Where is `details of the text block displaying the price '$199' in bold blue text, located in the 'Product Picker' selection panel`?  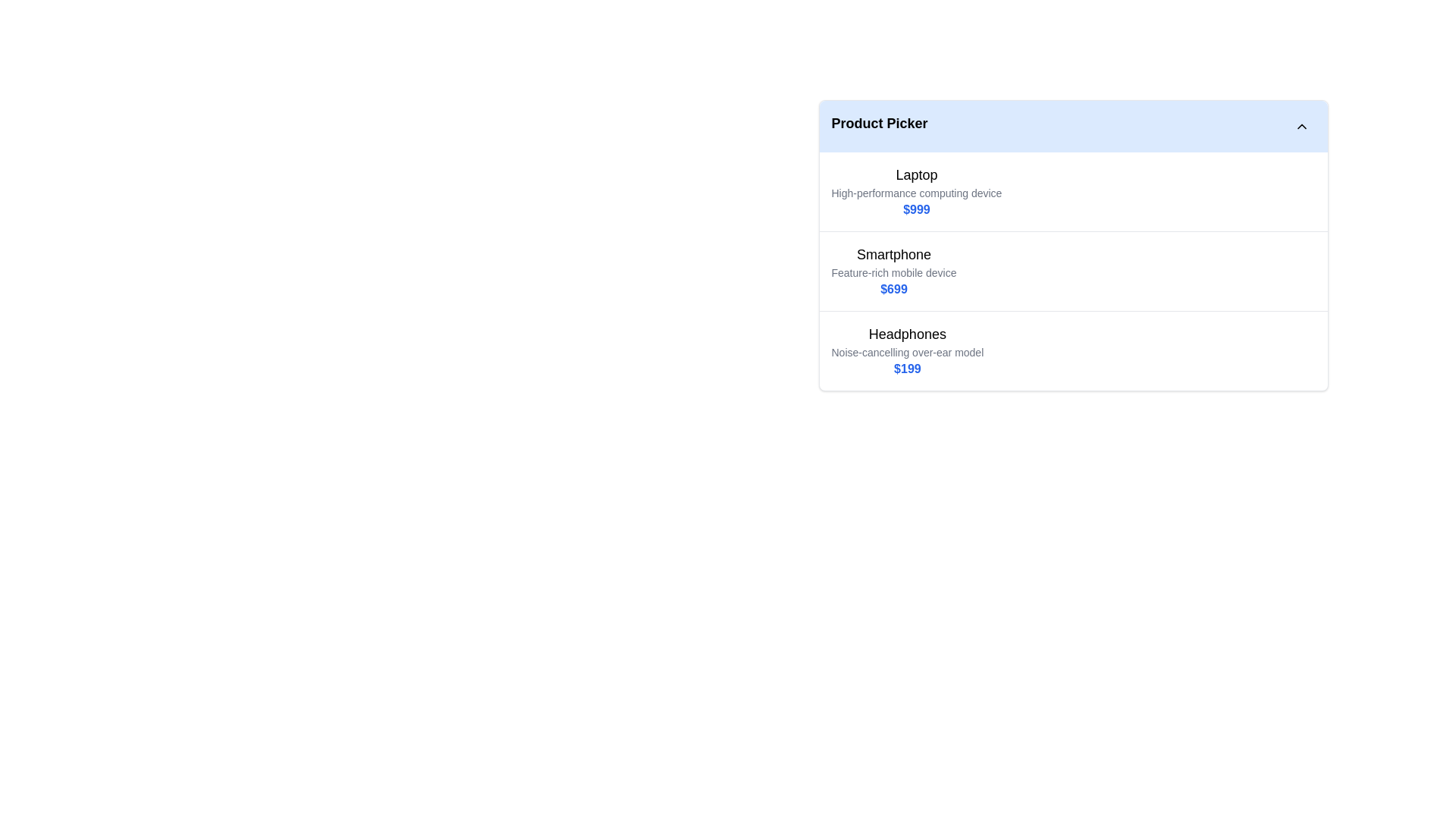
details of the text block displaying the price '$199' in bold blue text, located in the 'Product Picker' selection panel is located at coordinates (907, 350).